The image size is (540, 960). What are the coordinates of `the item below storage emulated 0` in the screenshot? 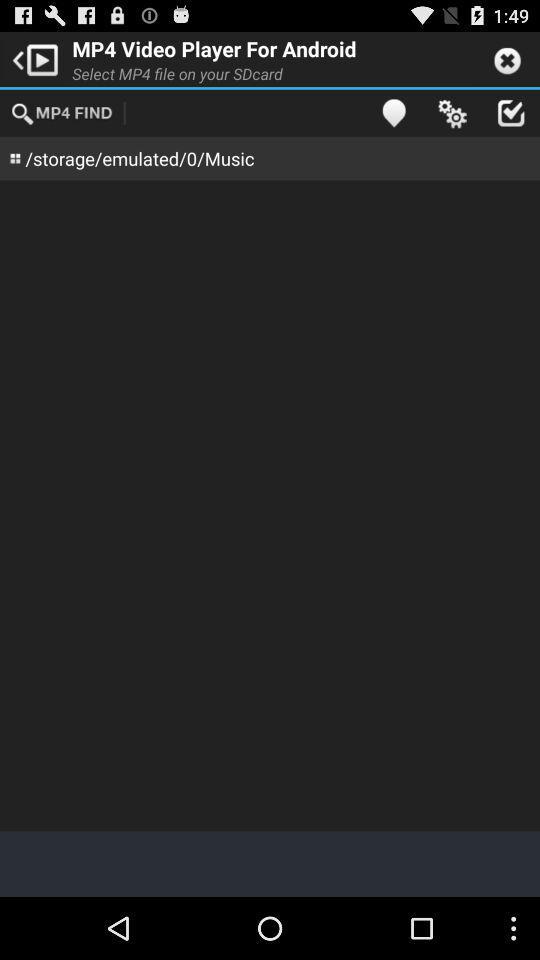 It's located at (270, 504).